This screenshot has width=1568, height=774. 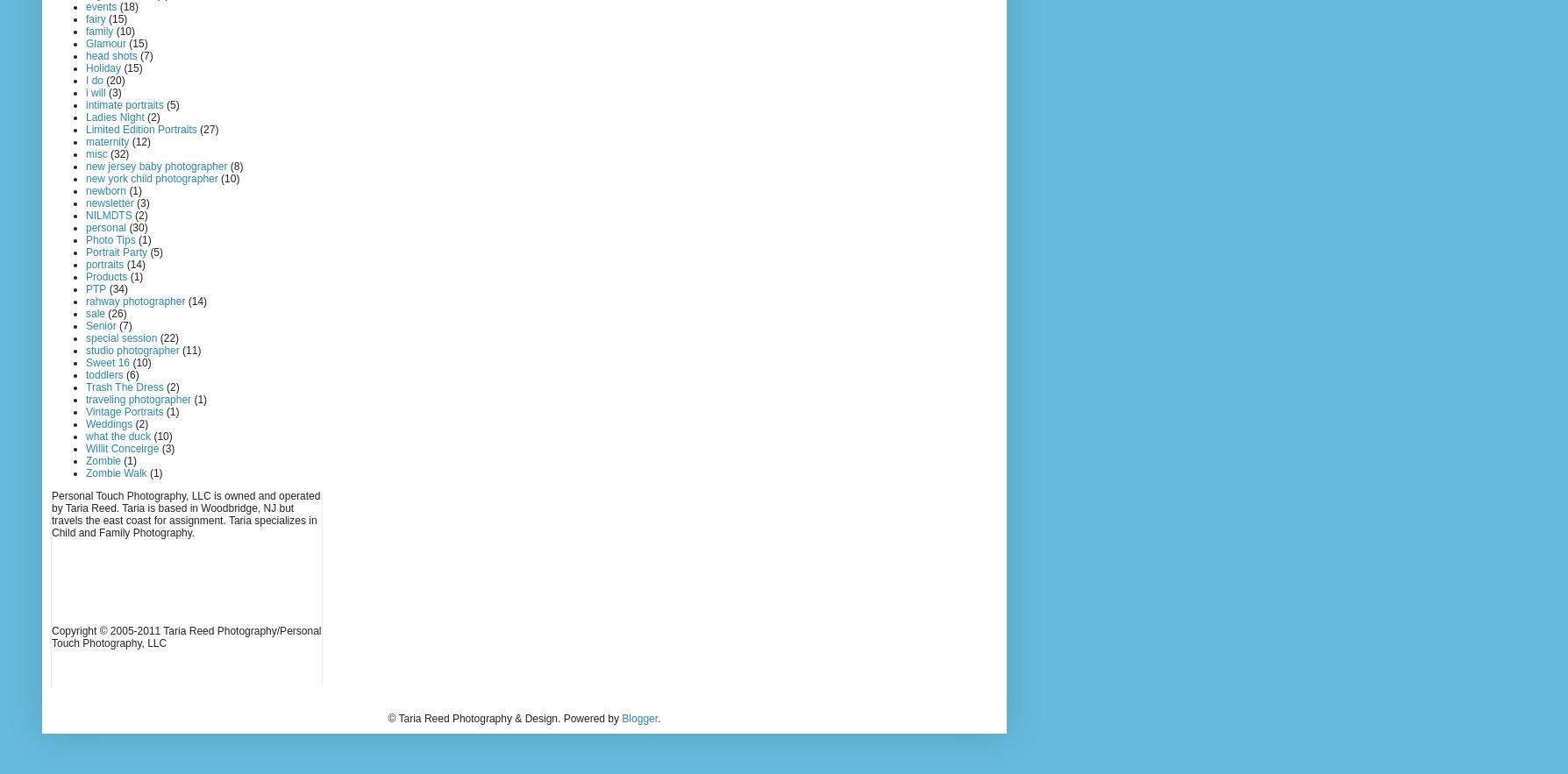 What do you see at coordinates (106, 42) in the screenshot?
I see `'Glamour'` at bounding box center [106, 42].